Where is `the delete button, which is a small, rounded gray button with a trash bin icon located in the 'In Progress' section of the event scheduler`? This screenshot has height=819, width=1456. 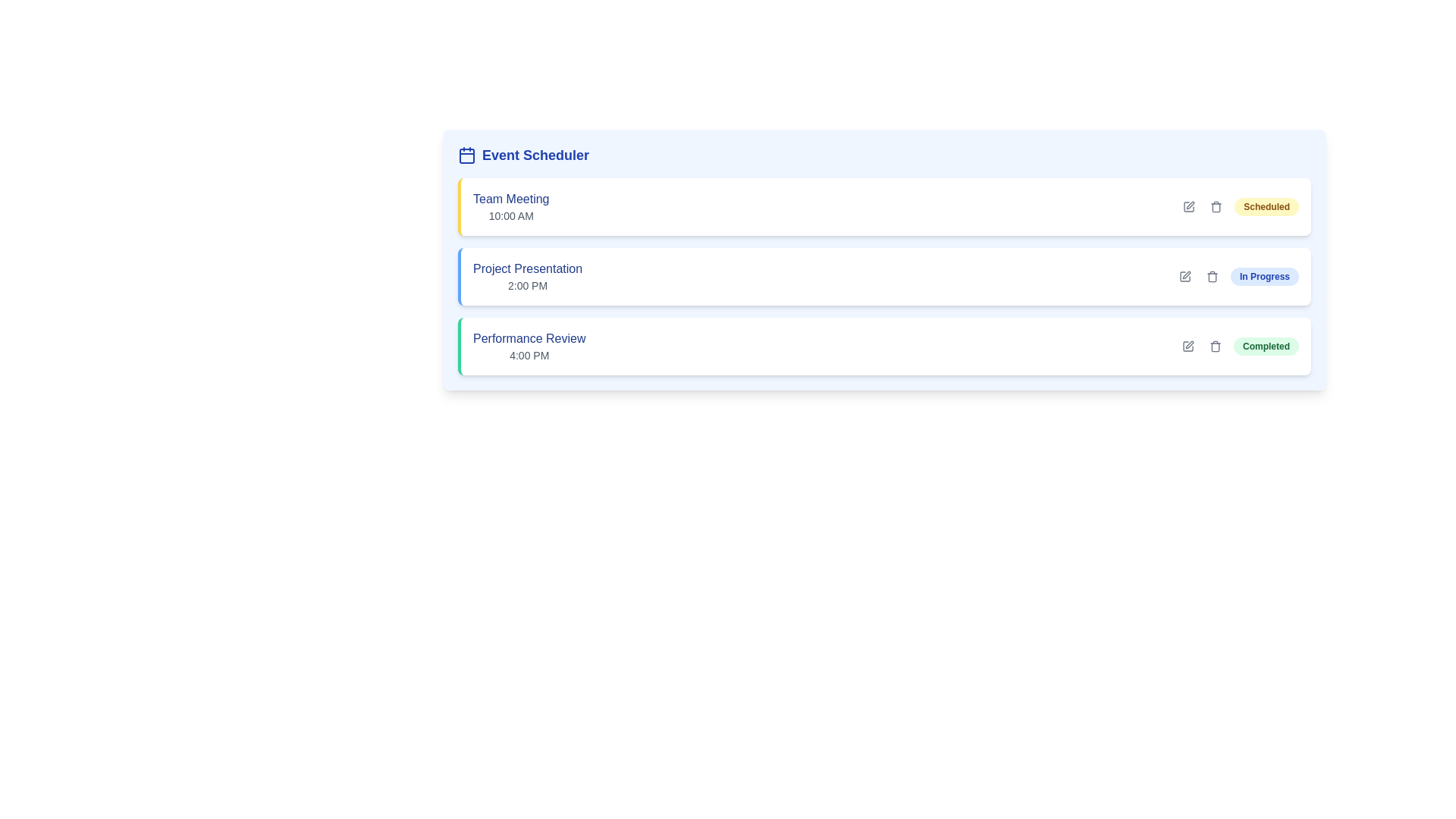
the delete button, which is a small, rounded gray button with a trash bin icon located in the 'In Progress' section of the event scheduler is located at coordinates (1211, 277).